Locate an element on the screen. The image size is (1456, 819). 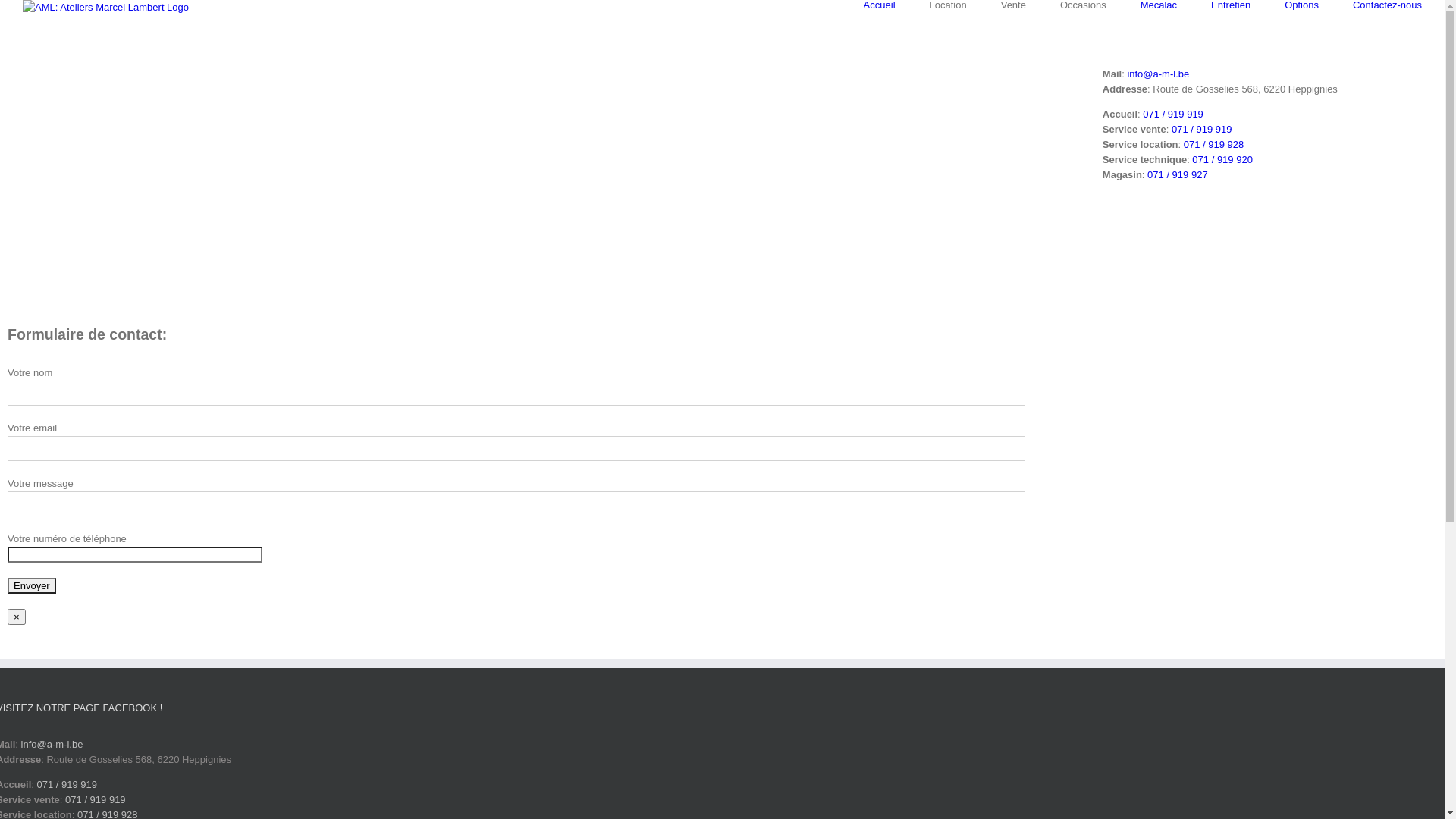
'071 / 919 919' is located at coordinates (1200, 128).